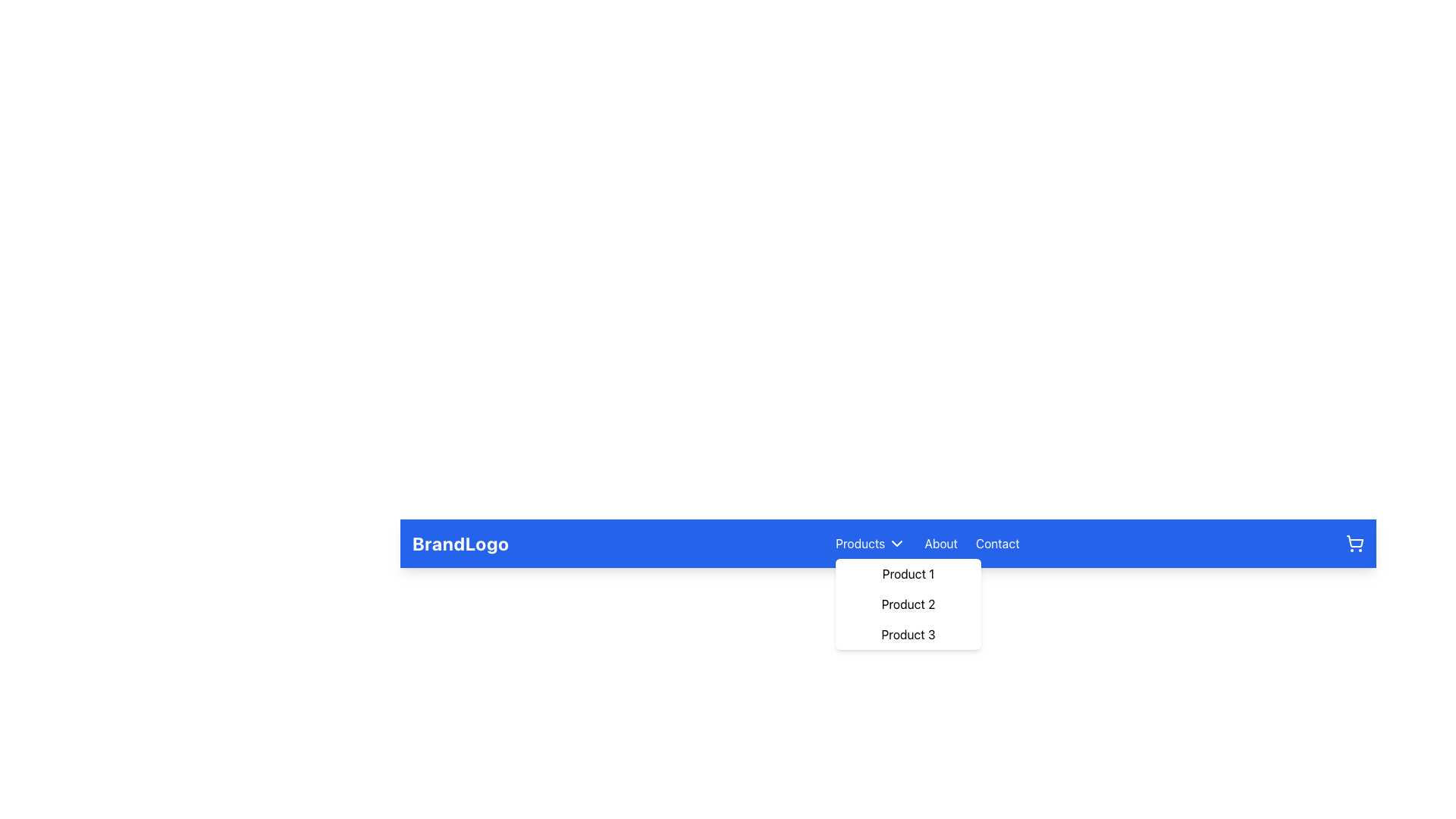 This screenshot has width=1456, height=819. Describe the element at coordinates (908, 573) in the screenshot. I see `the first menu item` at that location.